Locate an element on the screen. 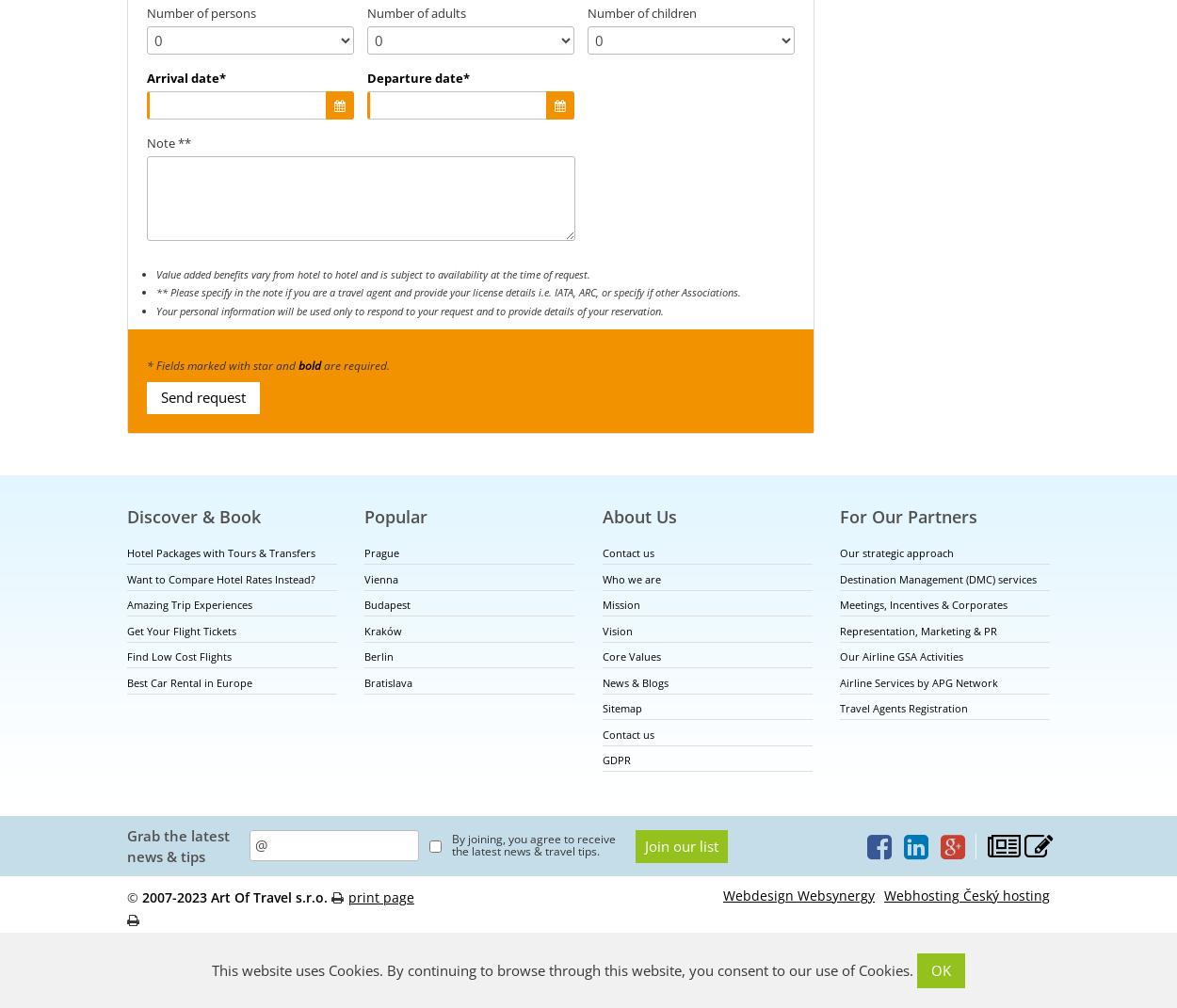  'Airline Services by APG Network' is located at coordinates (917, 681).